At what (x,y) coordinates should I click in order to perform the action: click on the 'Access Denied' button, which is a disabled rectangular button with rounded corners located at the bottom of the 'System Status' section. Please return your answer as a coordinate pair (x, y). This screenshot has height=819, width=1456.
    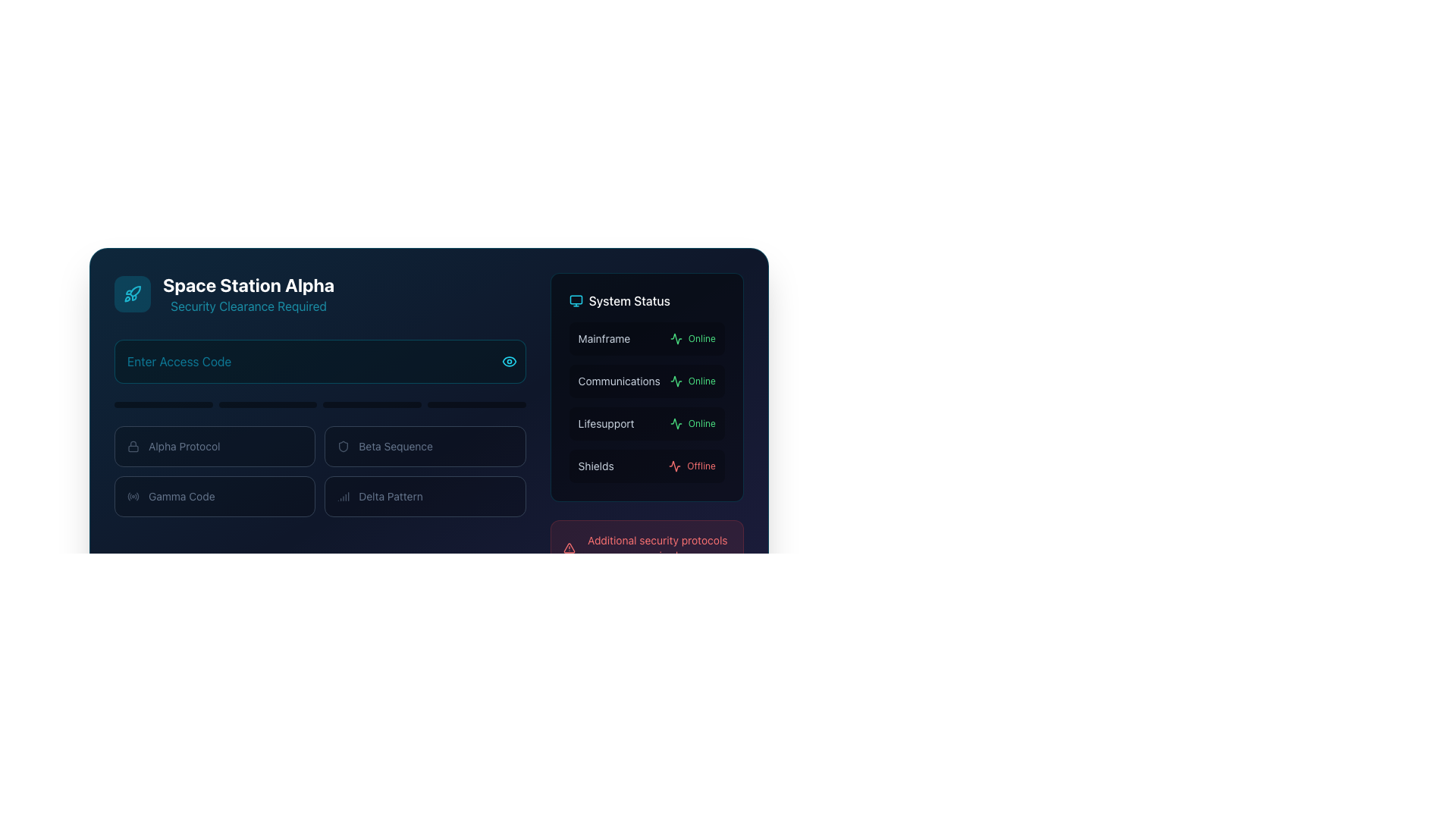
    Looking at the image, I should click on (647, 616).